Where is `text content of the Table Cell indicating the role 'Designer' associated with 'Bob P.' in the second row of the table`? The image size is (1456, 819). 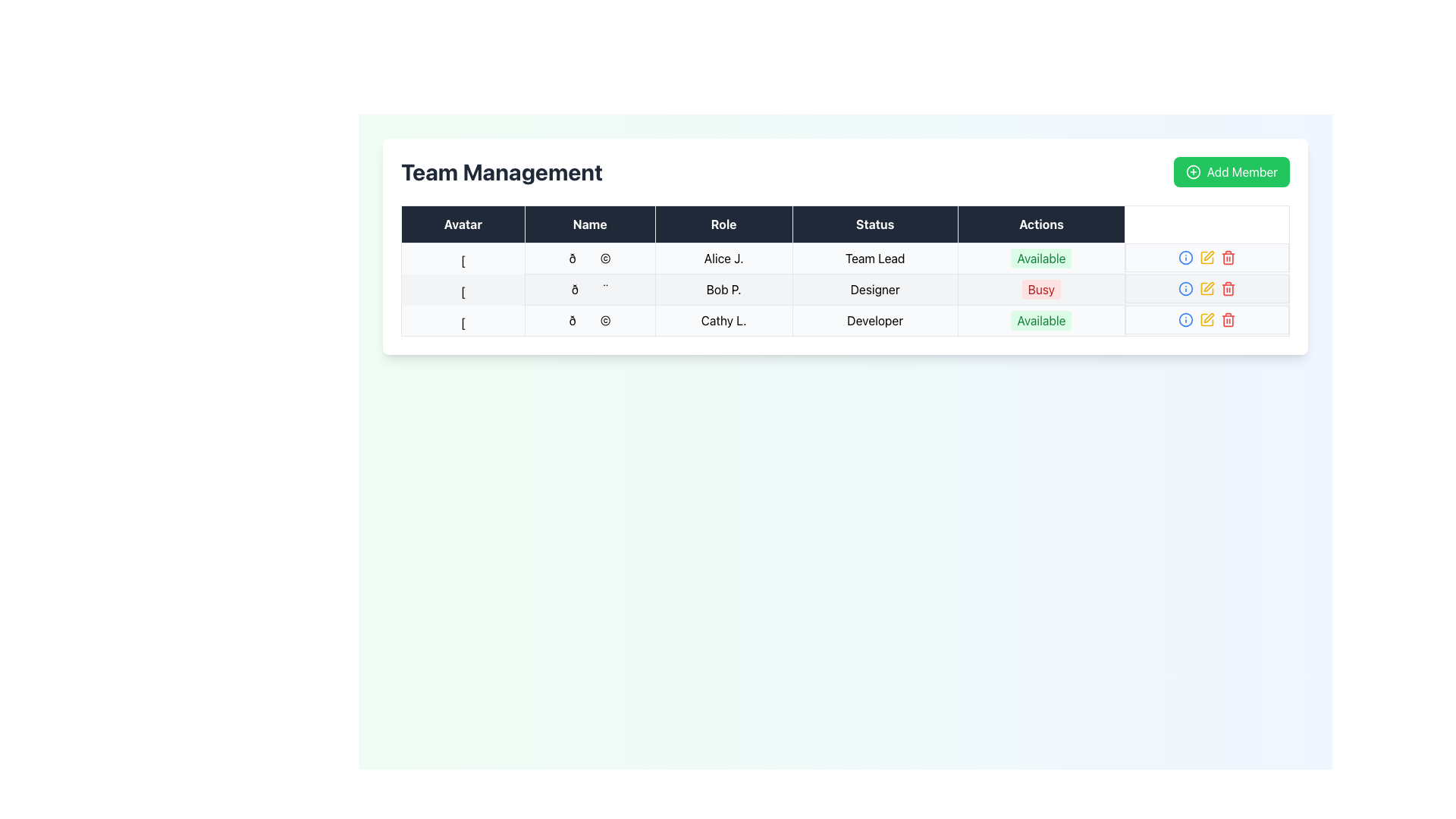 text content of the Table Cell indicating the role 'Designer' associated with 'Bob P.' in the second row of the table is located at coordinates (875, 289).